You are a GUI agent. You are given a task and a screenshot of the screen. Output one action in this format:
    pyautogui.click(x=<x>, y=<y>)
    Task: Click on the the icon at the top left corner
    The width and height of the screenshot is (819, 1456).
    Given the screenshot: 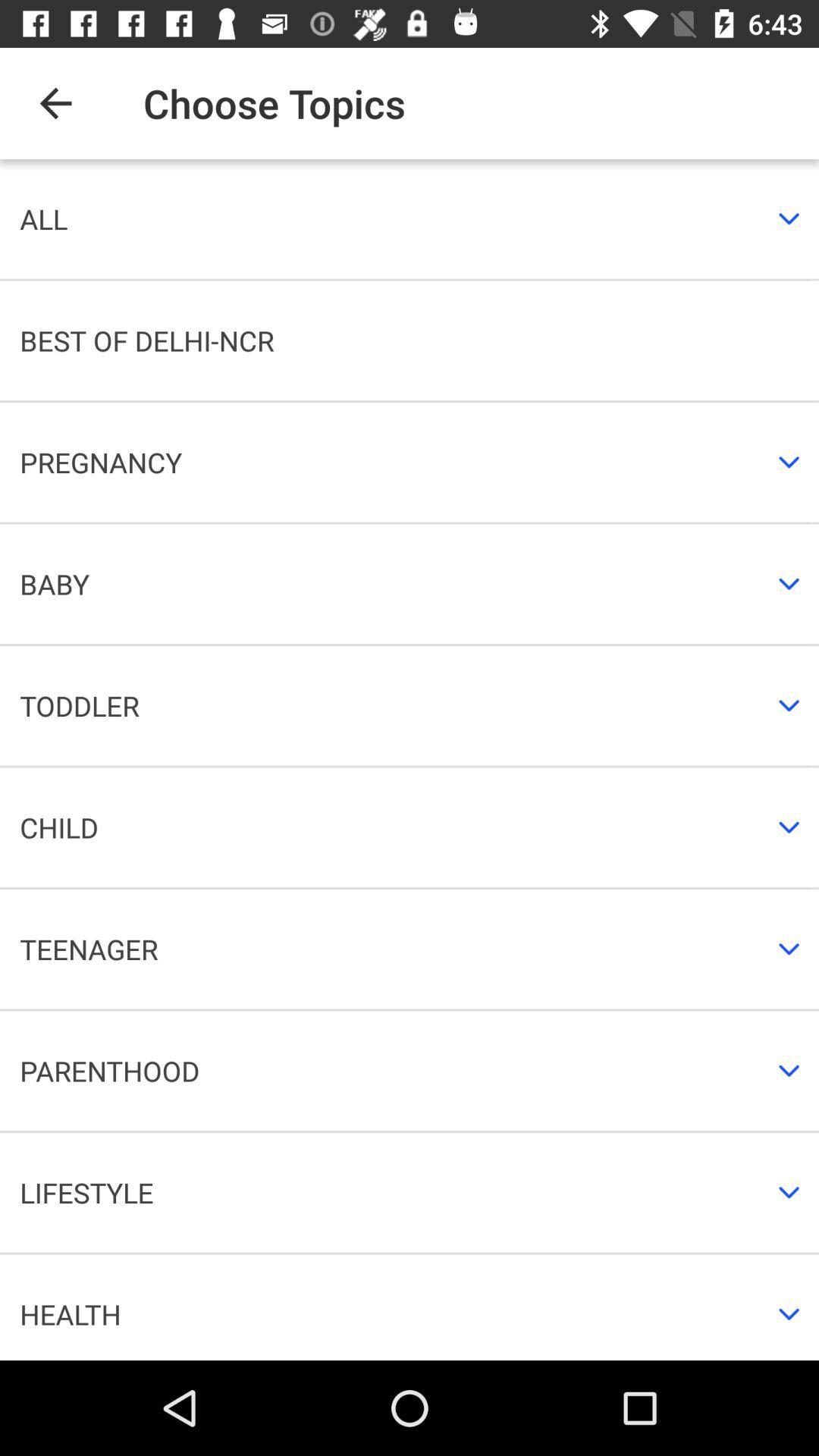 What is the action you would take?
    pyautogui.click(x=55, y=102)
    